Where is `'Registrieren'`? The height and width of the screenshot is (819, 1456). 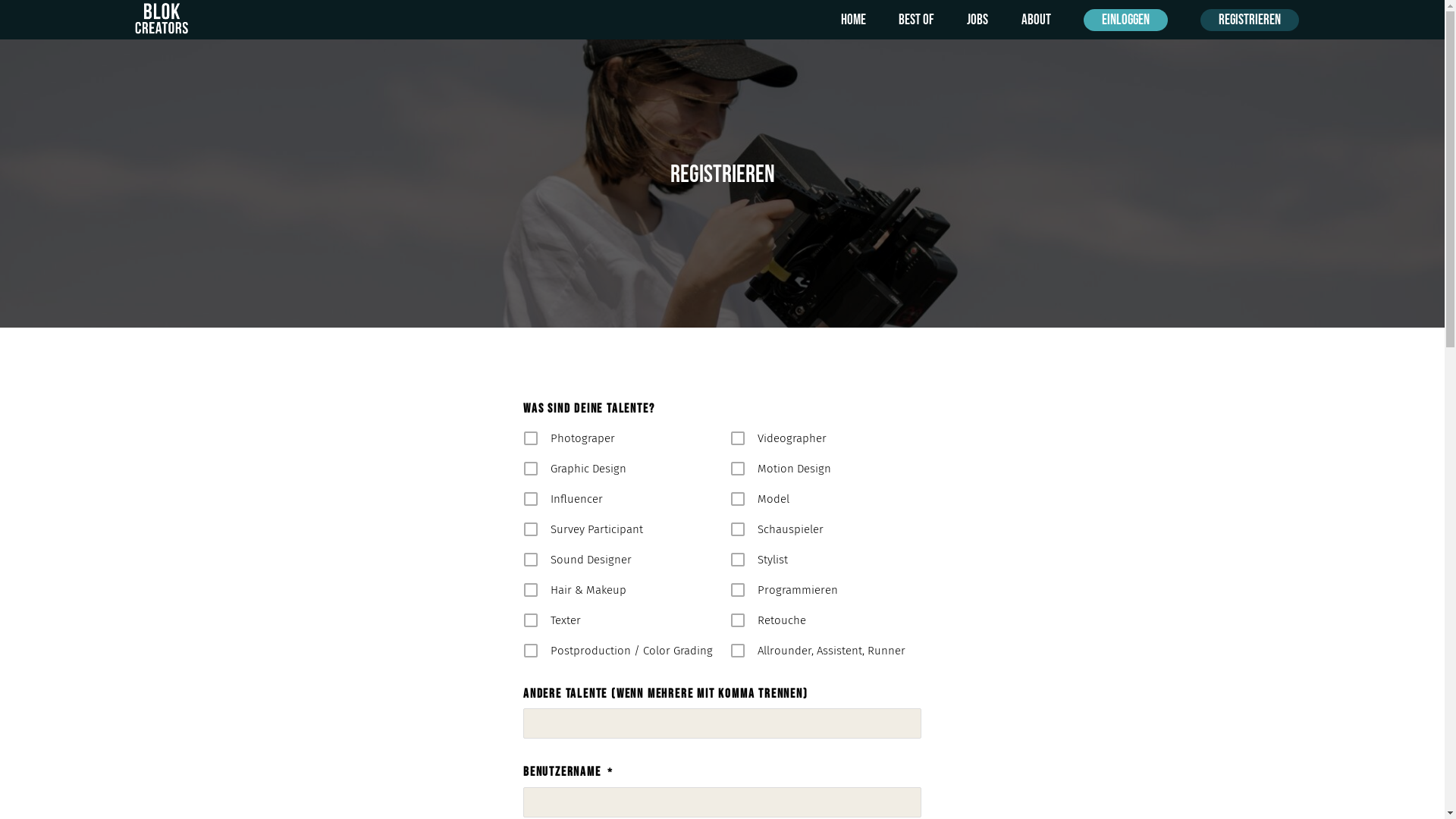 'Registrieren' is located at coordinates (1249, 20).